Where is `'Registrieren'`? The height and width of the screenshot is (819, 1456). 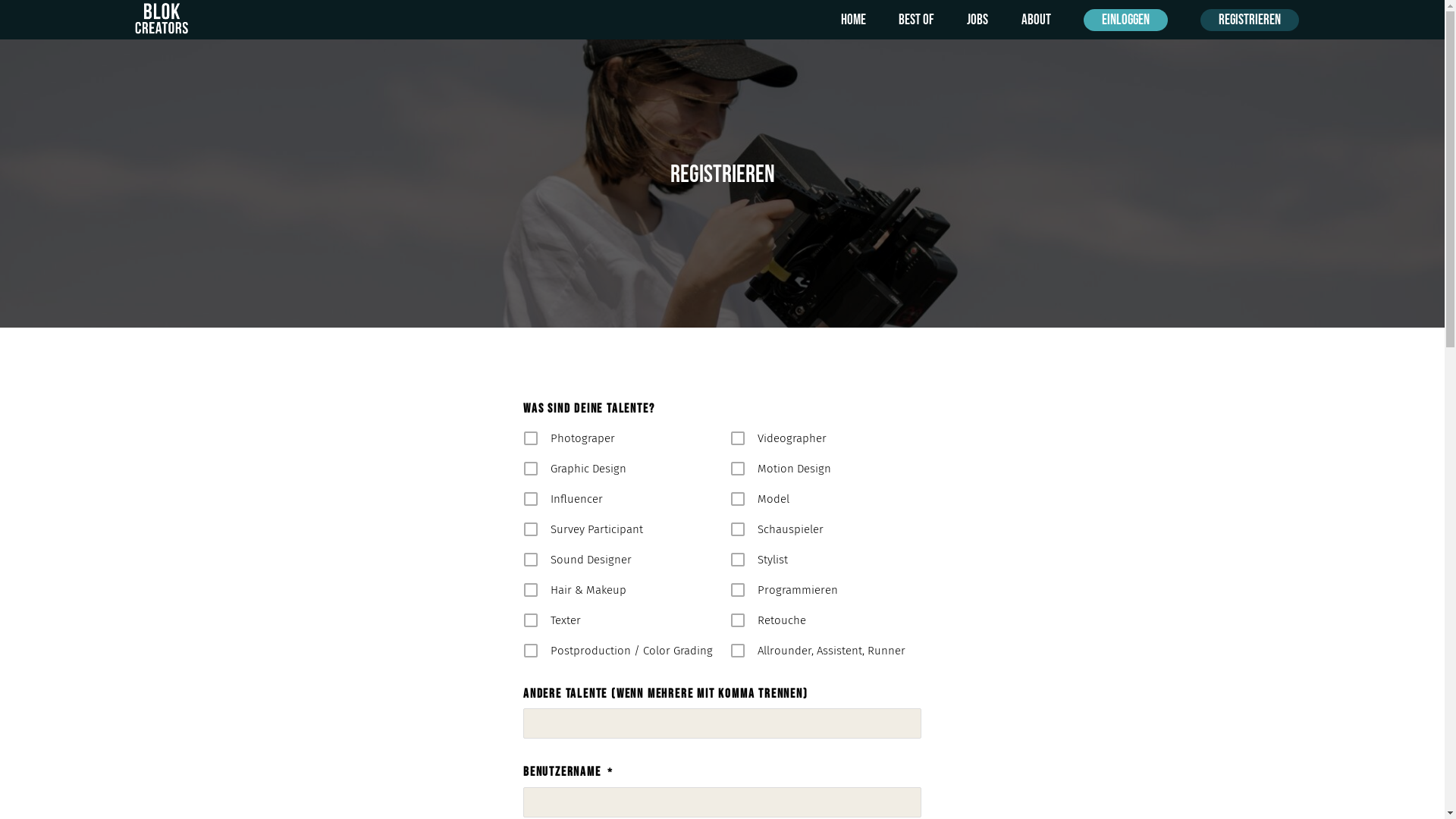 'Registrieren' is located at coordinates (1249, 20).